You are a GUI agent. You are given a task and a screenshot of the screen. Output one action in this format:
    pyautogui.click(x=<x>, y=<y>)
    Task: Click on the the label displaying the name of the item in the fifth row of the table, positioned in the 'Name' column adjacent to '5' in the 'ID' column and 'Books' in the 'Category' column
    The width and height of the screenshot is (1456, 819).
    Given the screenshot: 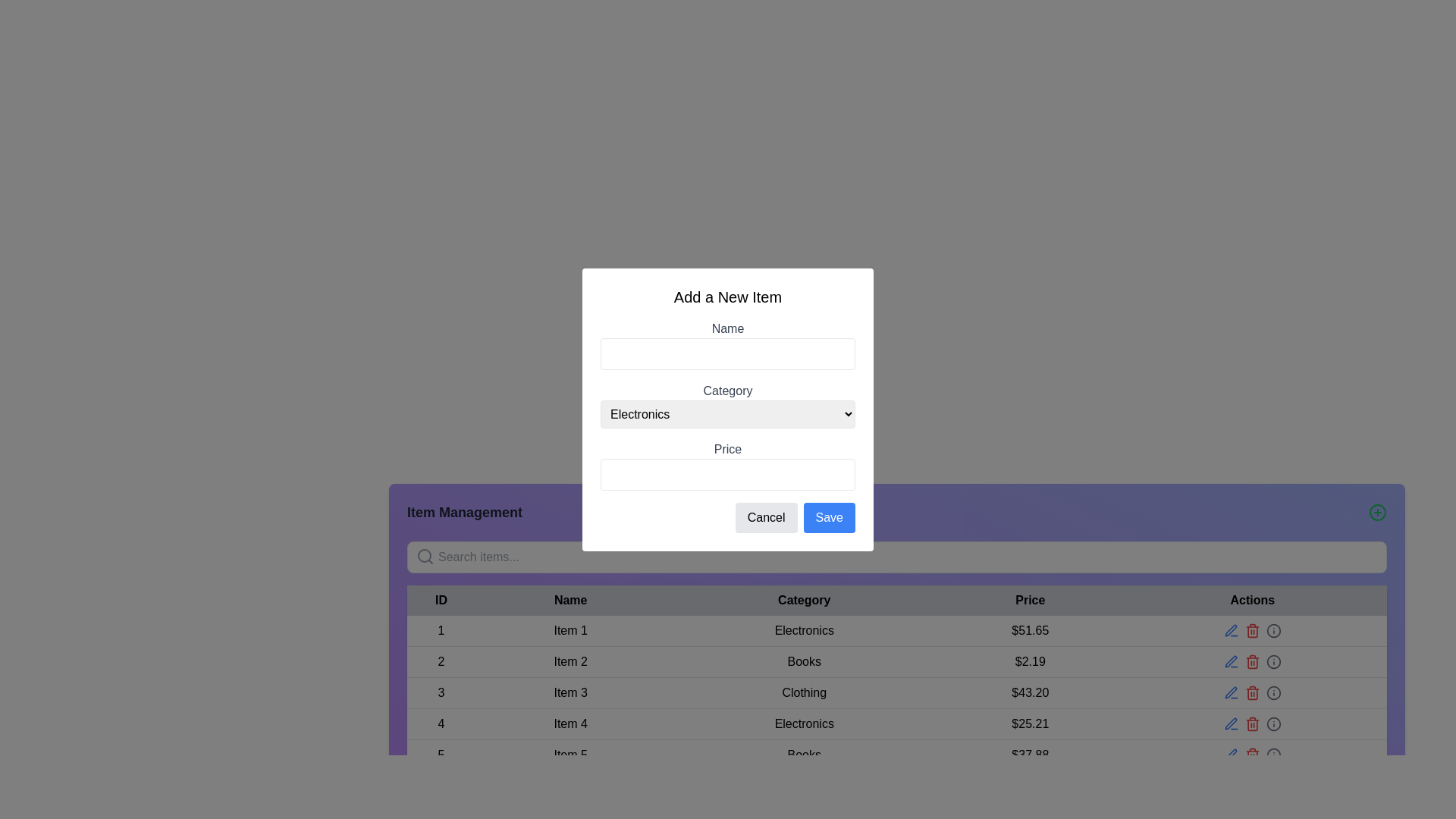 What is the action you would take?
    pyautogui.click(x=570, y=755)
    